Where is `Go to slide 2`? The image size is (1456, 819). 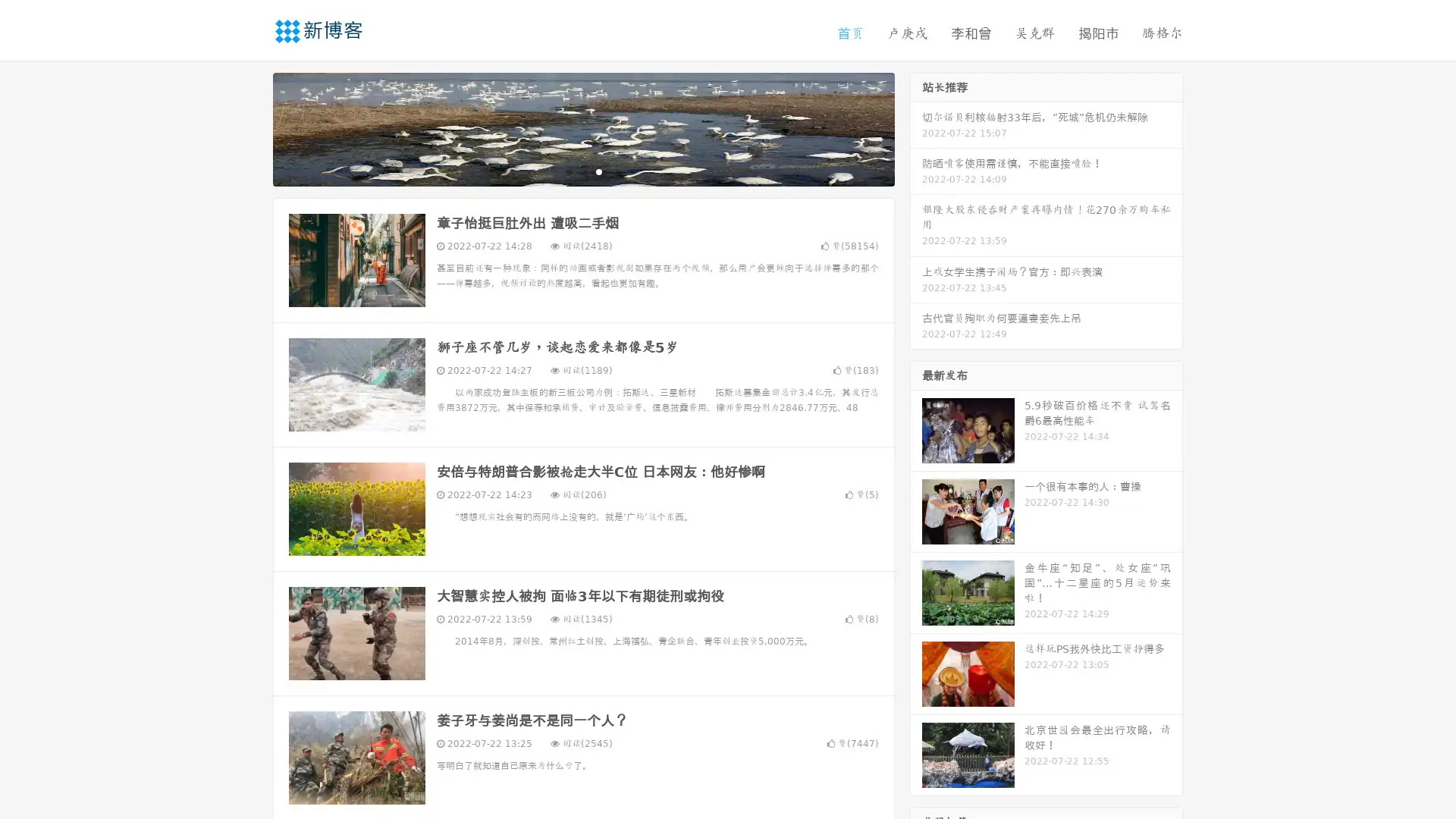
Go to slide 2 is located at coordinates (582, 171).